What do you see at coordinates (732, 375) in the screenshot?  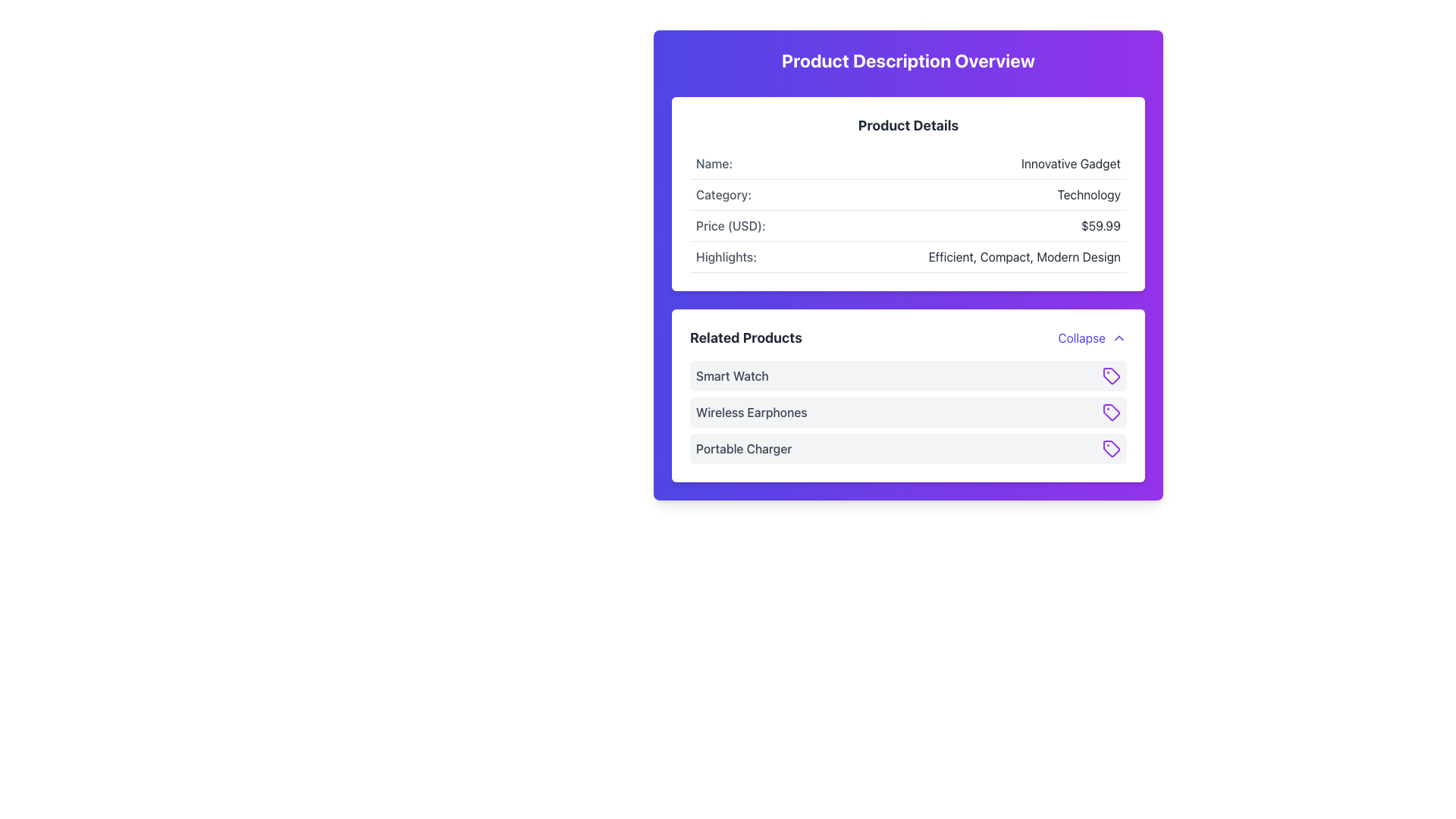 I see `the static text element that indicates the name of the related product 'Smart Watch', located at the top left of the 'Related Products' section` at bounding box center [732, 375].